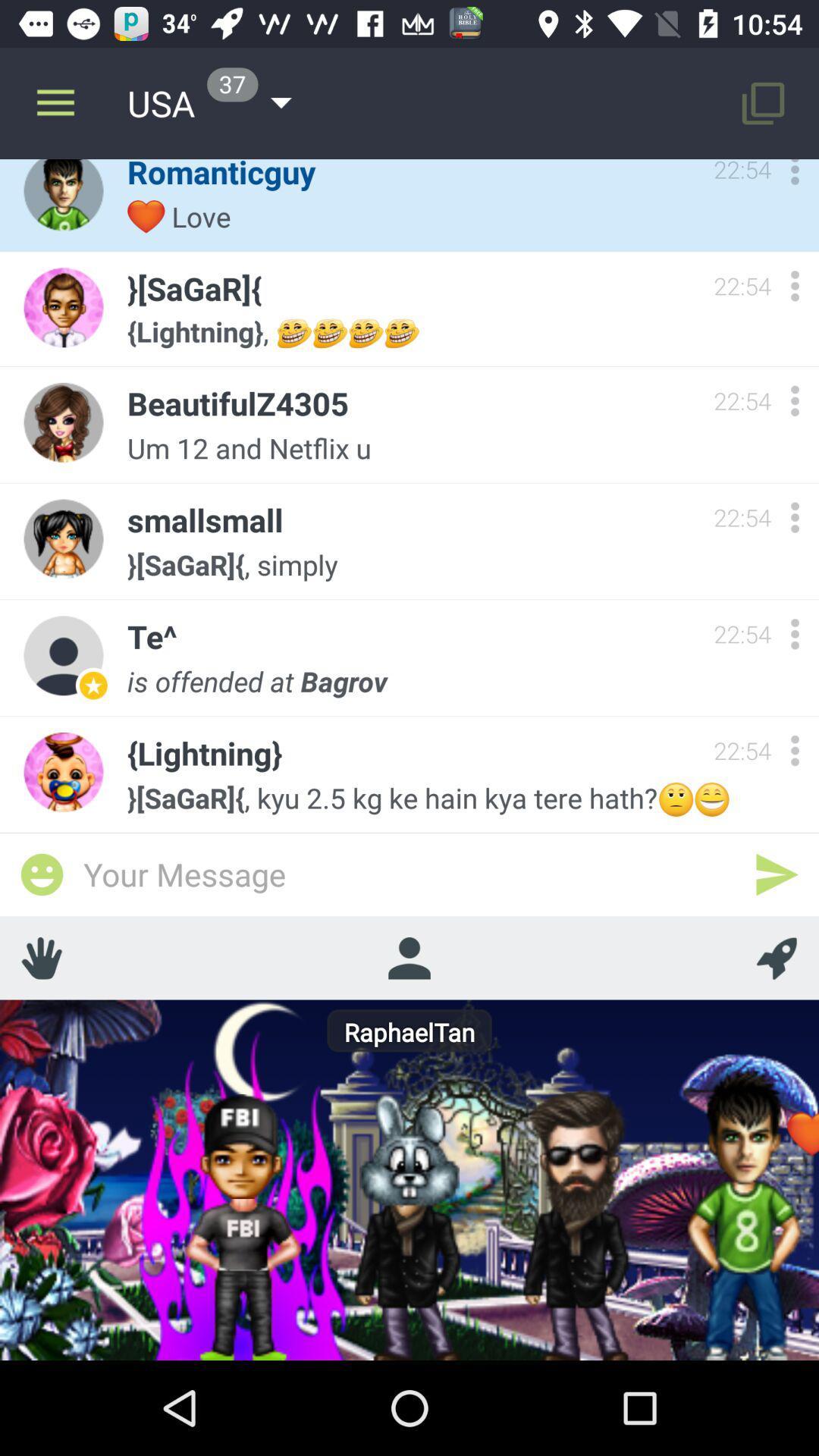 The width and height of the screenshot is (819, 1456). What do you see at coordinates (794, 517) in the screenshot?
I see `the more icon` at bounding box center [794, 517].